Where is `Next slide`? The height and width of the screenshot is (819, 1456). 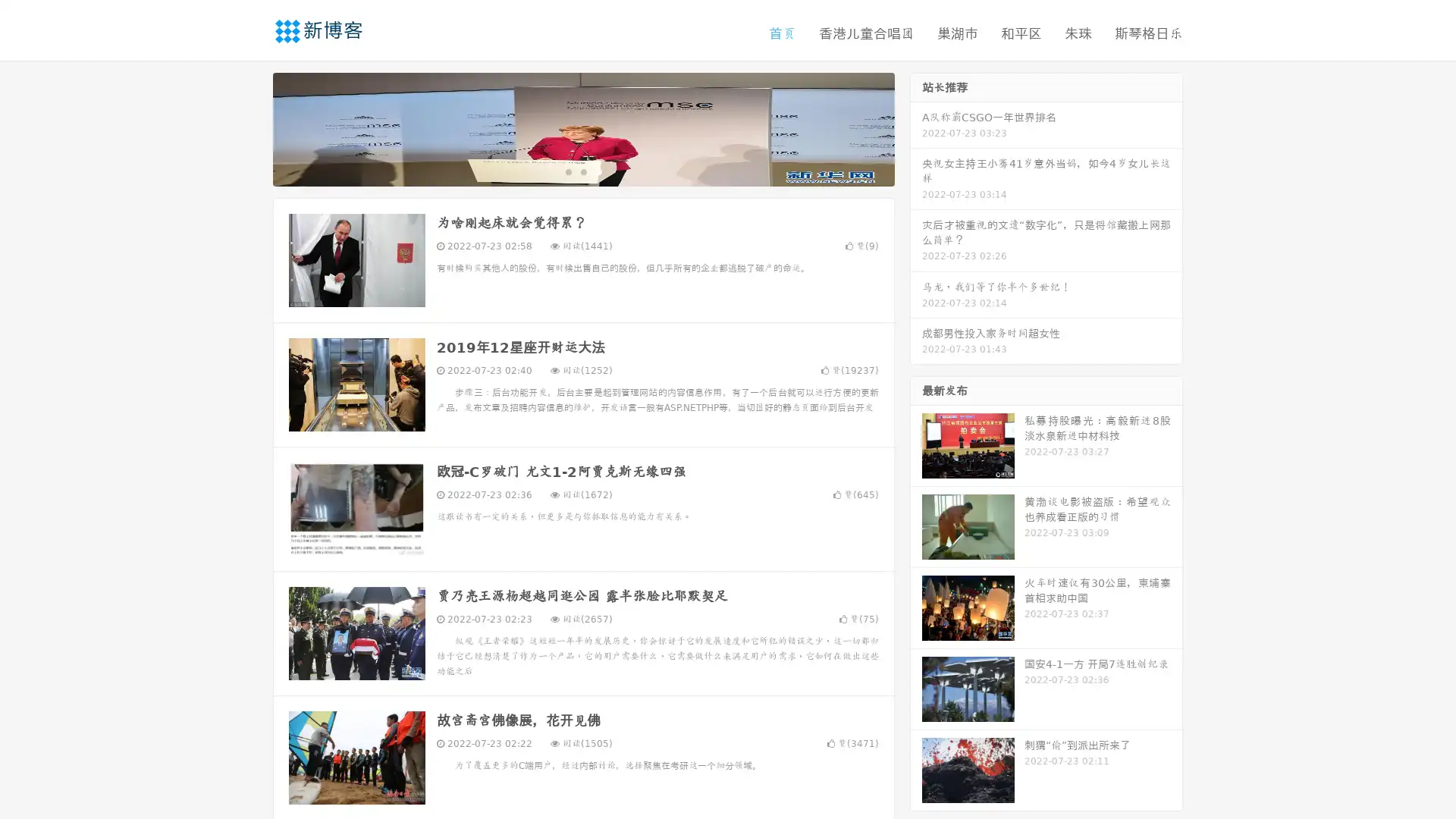
Next slide is located at coordinates (916, 127).